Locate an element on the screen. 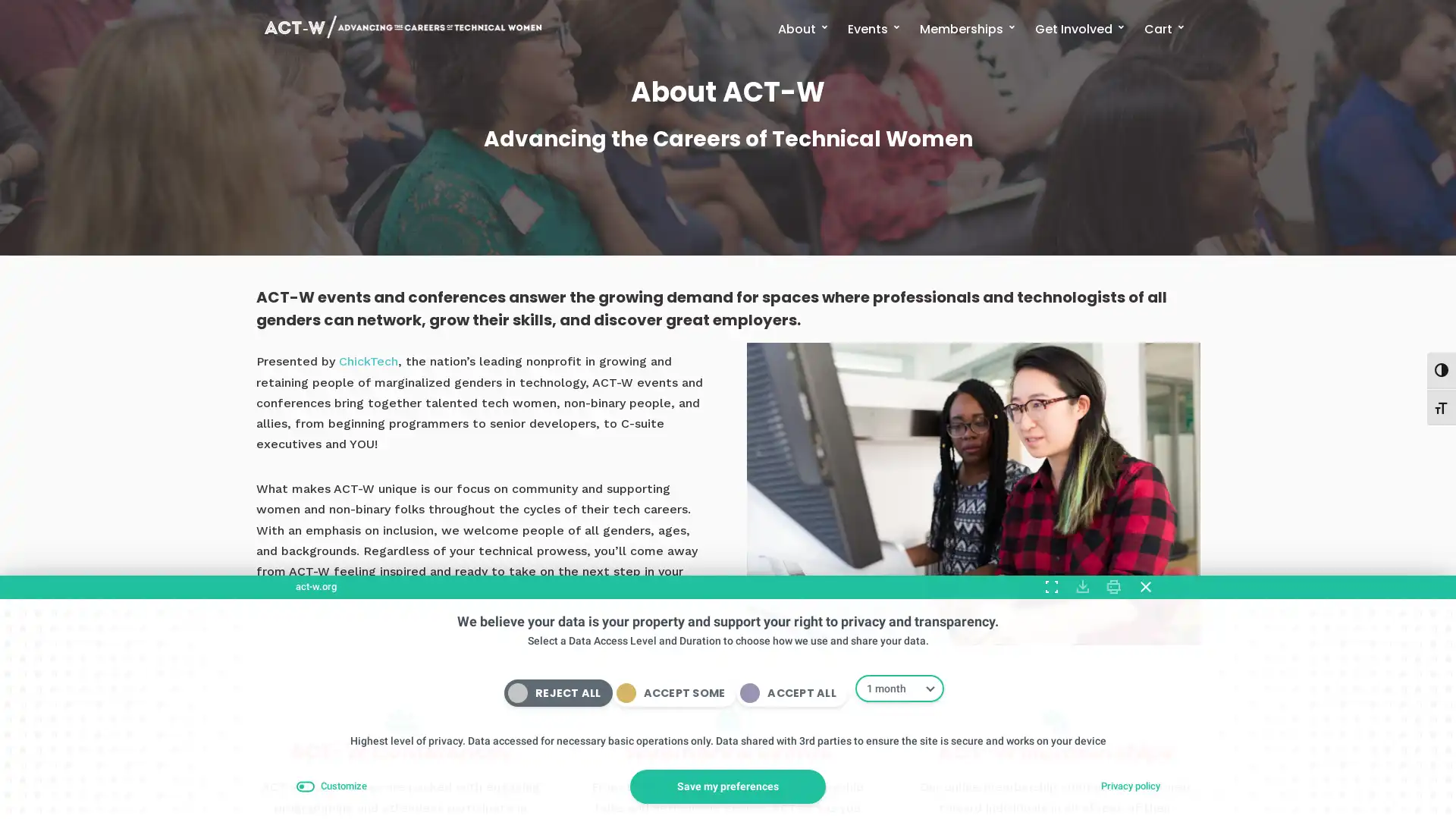  Print Consent is located at coordinates (1113, 585).